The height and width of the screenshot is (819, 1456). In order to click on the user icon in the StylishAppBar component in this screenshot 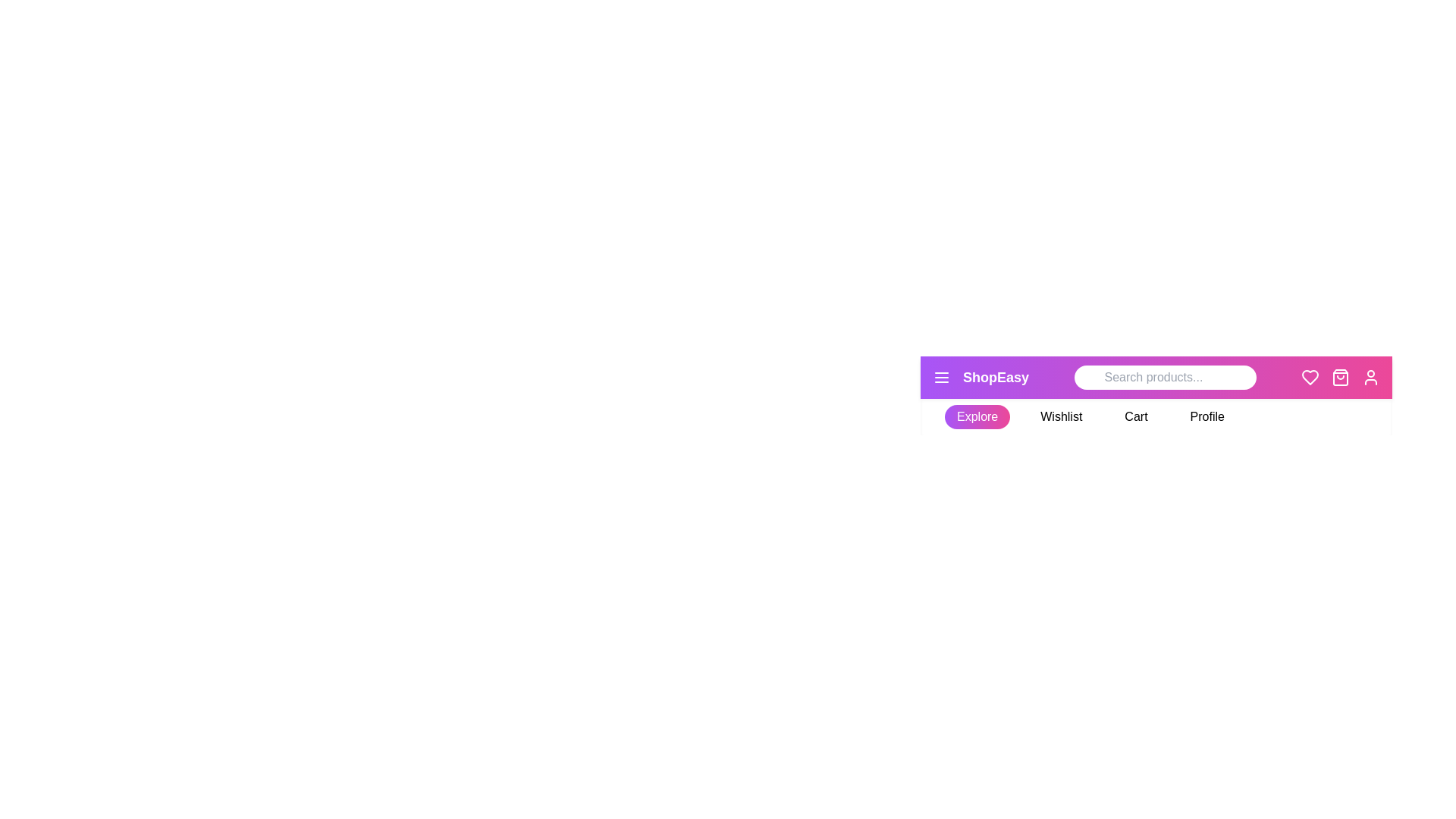, I will do `click(1371, 376)`.